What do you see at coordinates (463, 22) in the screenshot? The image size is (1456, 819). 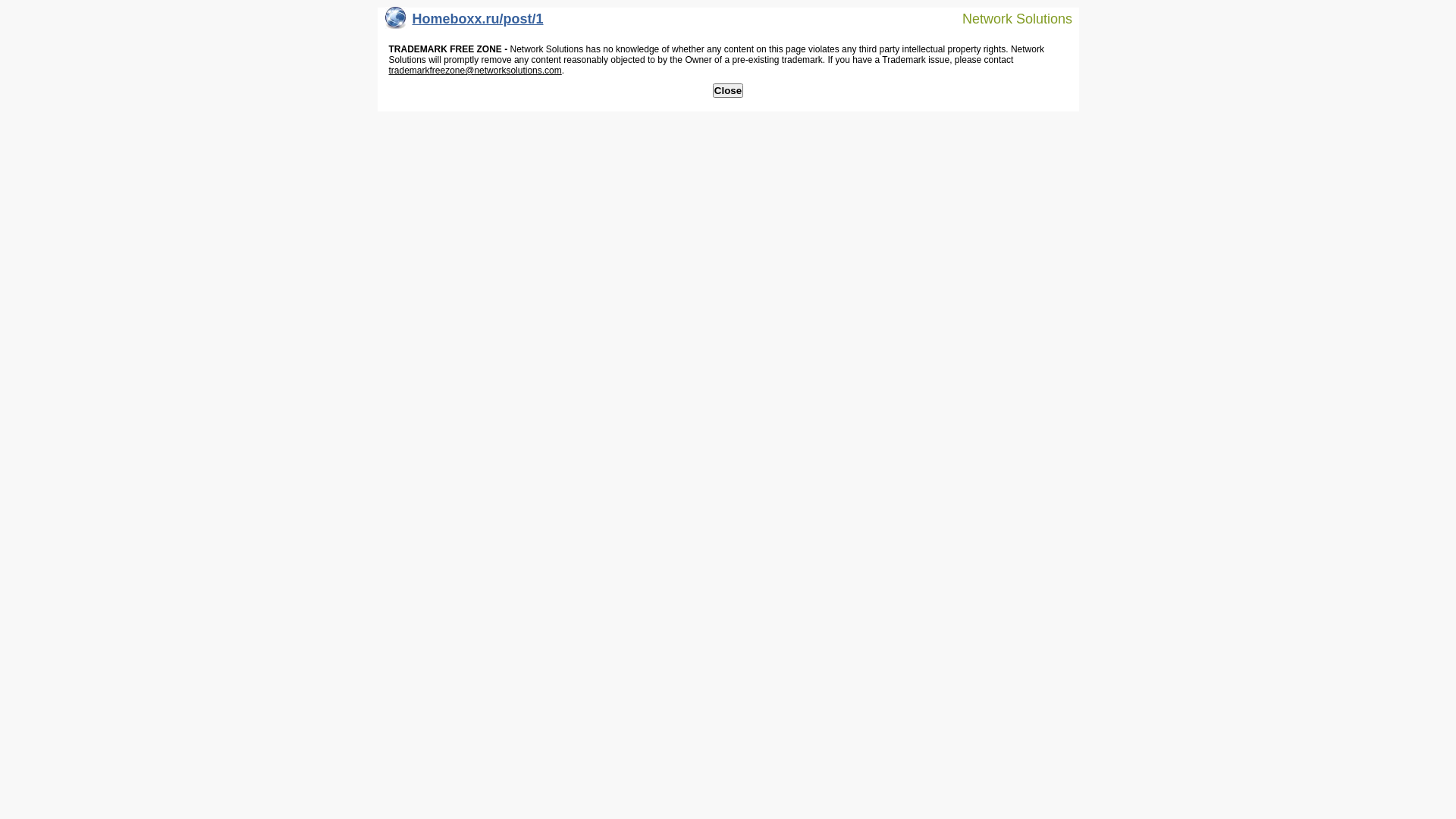 I see `'Homeboxx.ru/post/1'` at bounding box center [463, 22].